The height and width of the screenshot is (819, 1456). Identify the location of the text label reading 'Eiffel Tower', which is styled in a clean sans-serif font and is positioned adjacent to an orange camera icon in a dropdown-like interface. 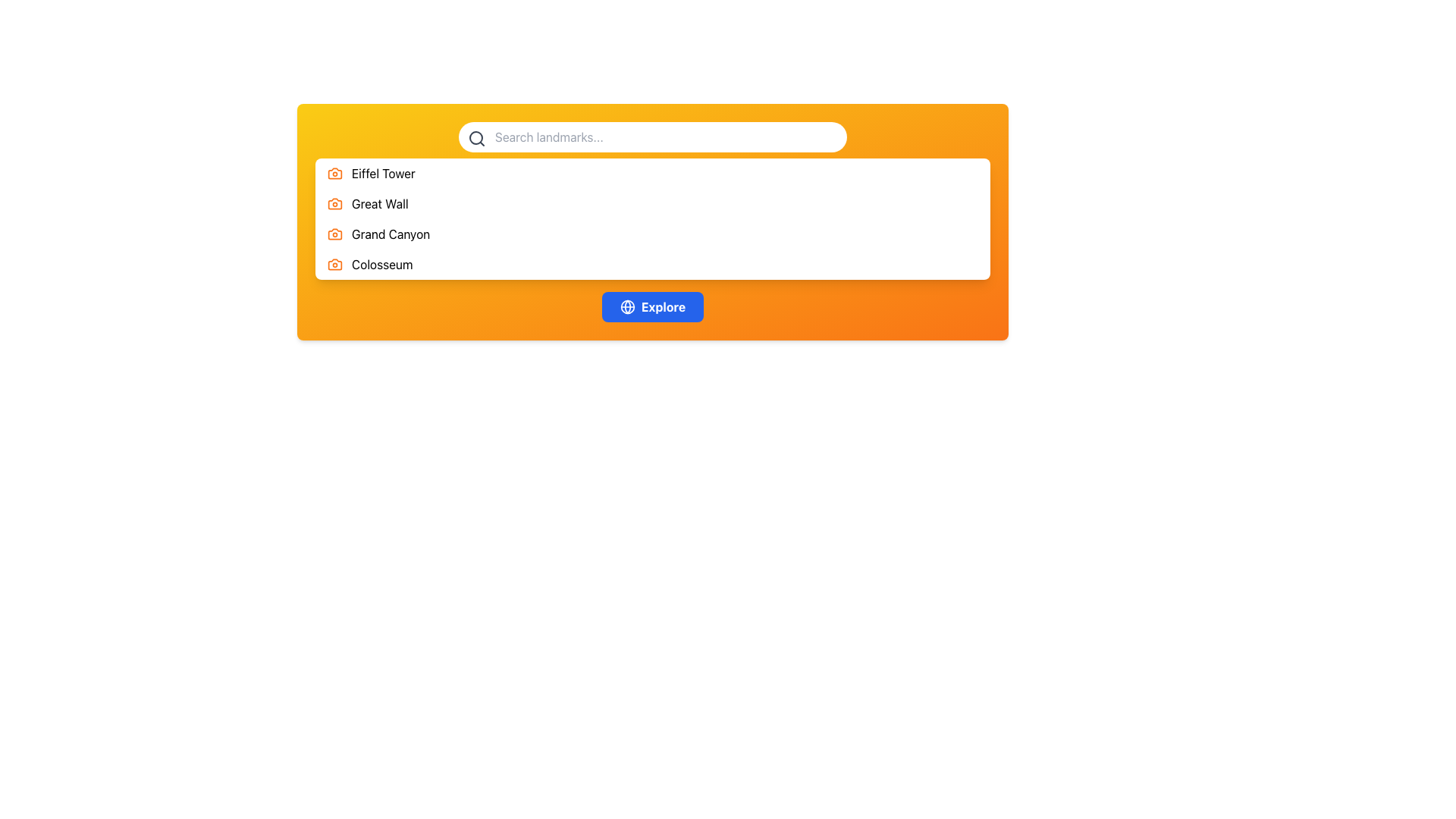
(383, 172).